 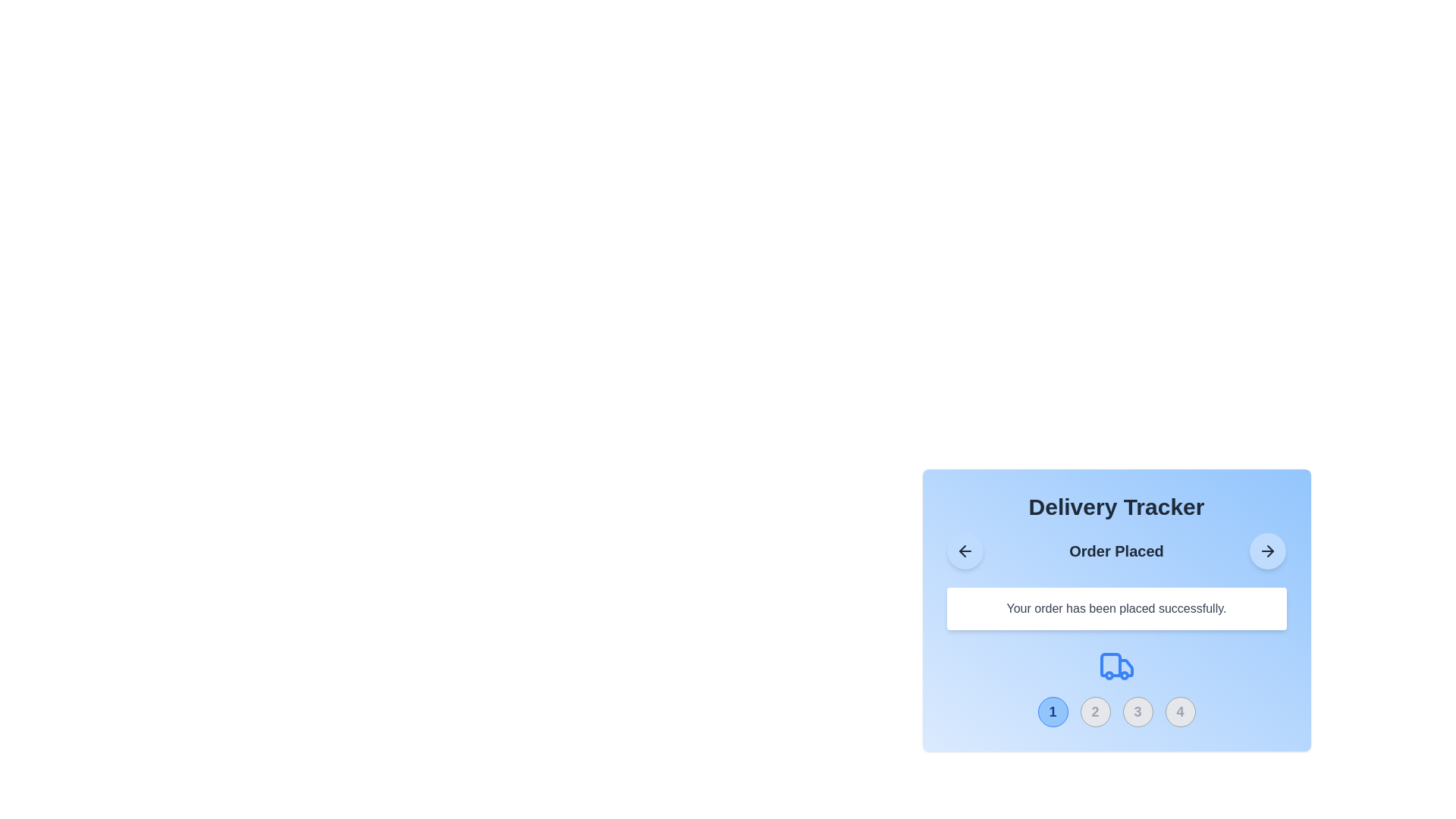 What do you see at coordinates (1268, 551) in the screenshot?
I see `the rightward arrow icon within the circular button located in the top-right corner of the delivery tracker interface` at bounding box center [1268, 551].